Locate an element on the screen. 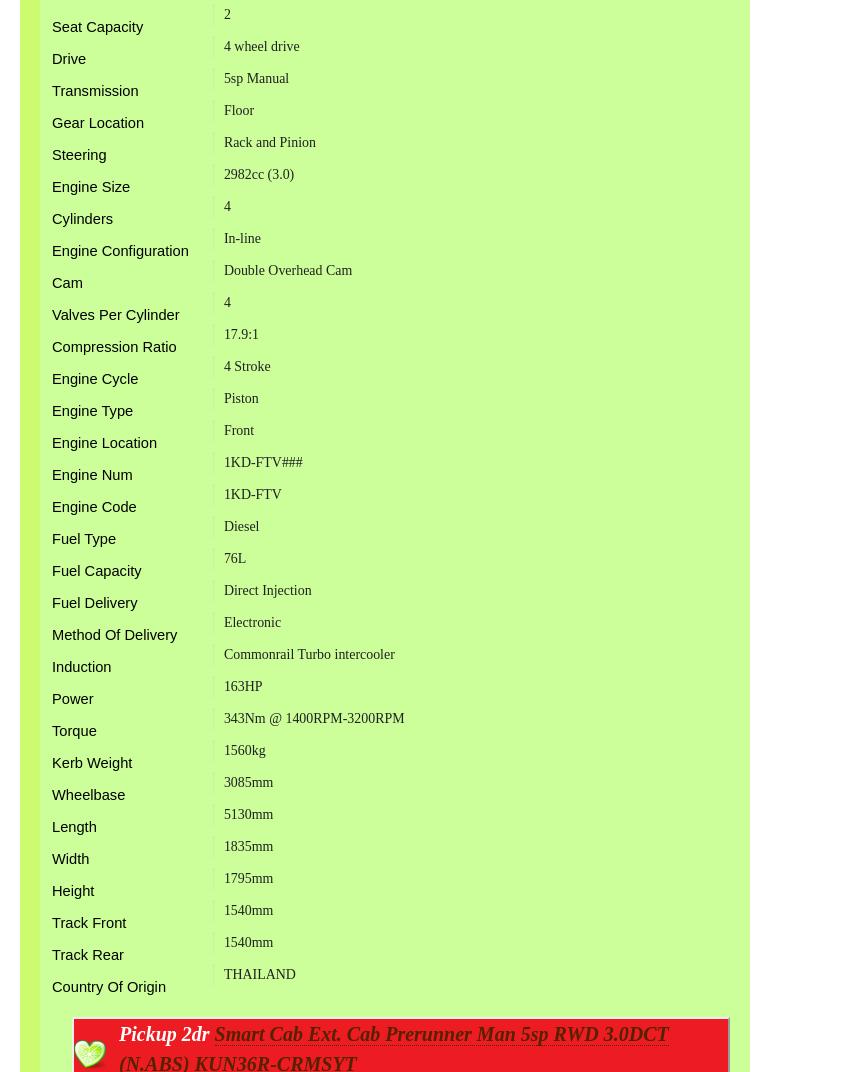 The height and width of the screenshot is (1072, 845). 'Engine Location' is located at coordinates (104, 440).